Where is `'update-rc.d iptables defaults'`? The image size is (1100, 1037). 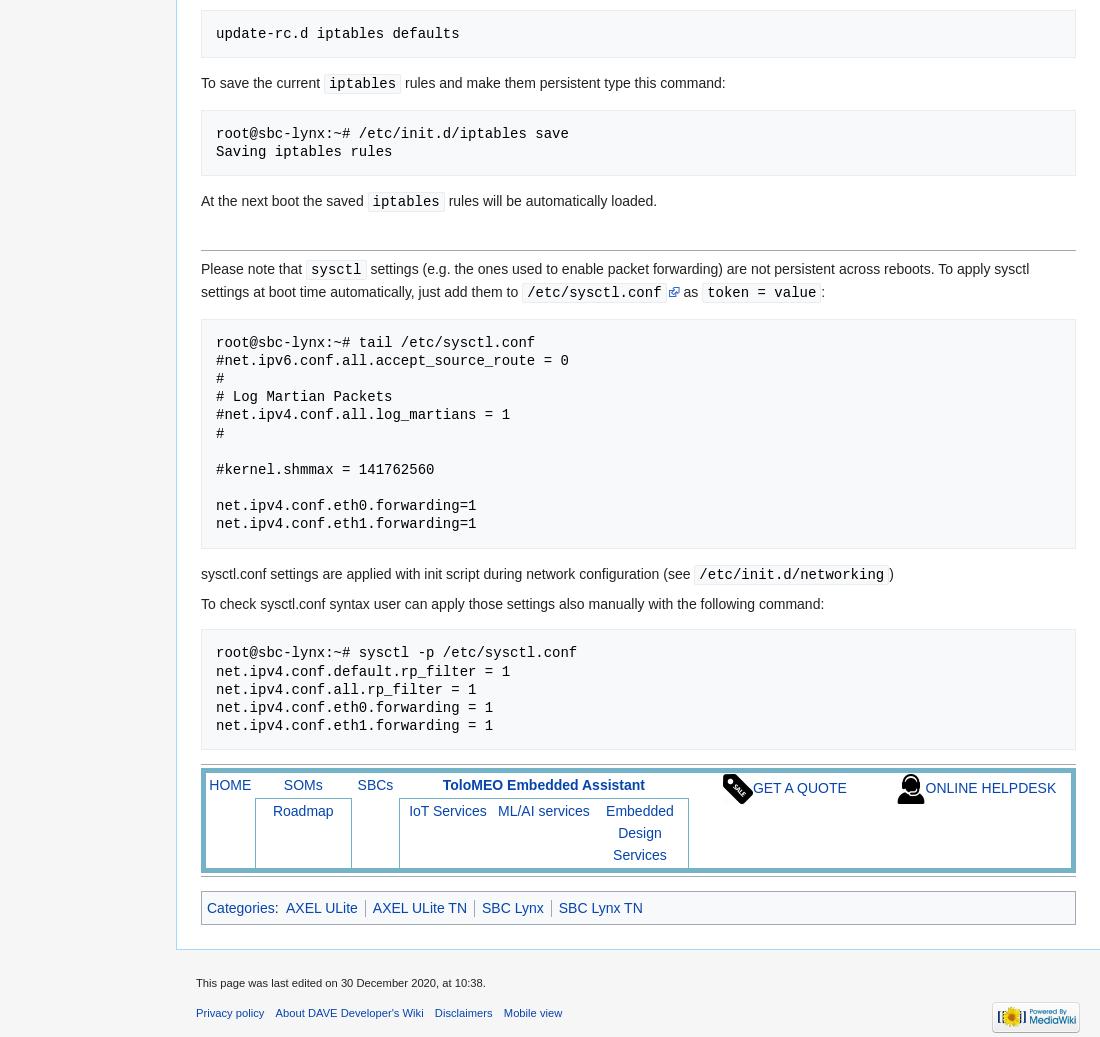
'update-rc.d iptables defaults' is located at coordinates (216, 33).